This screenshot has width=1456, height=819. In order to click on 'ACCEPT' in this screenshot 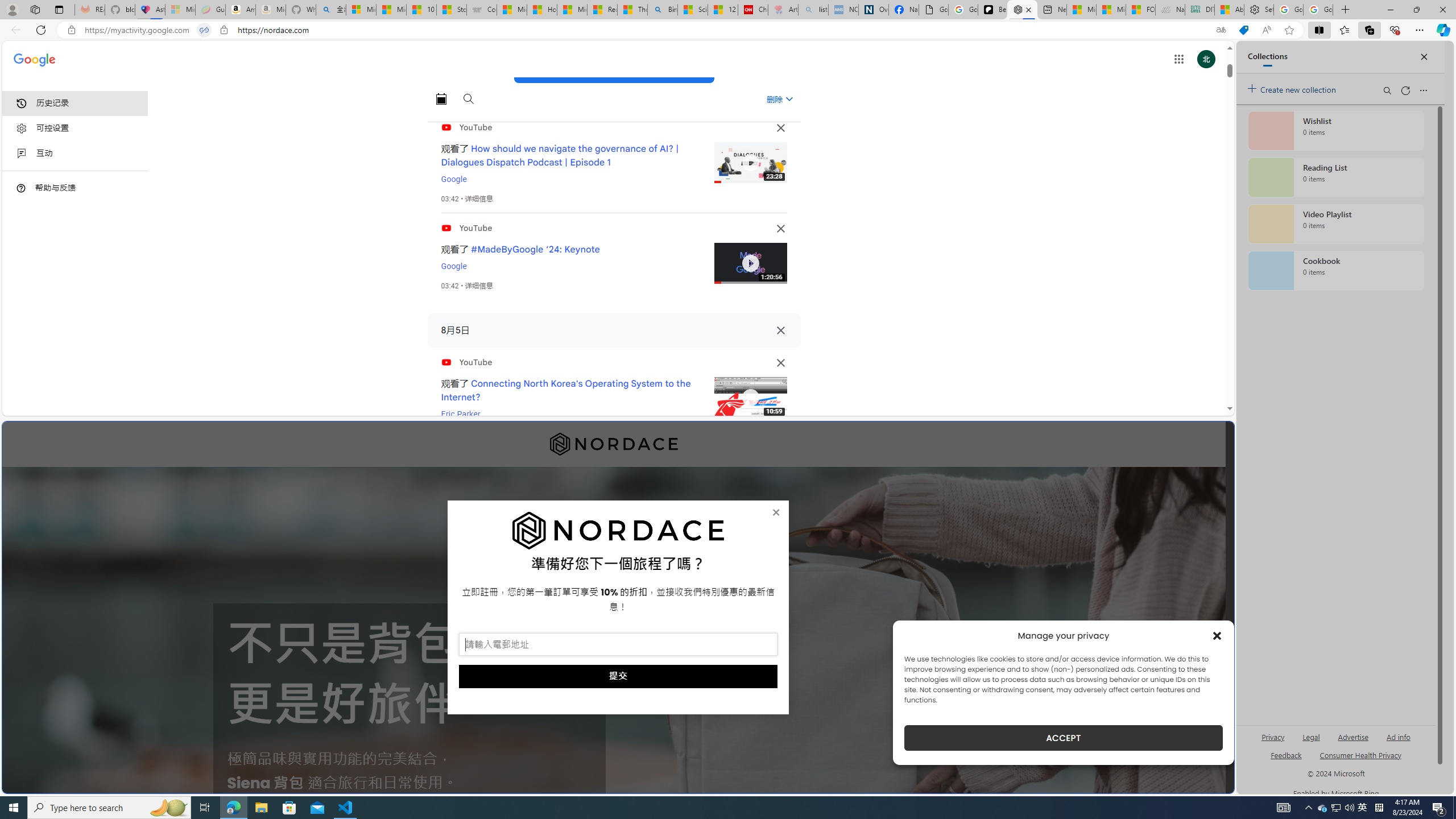, I will do `click(1064, 738)`.